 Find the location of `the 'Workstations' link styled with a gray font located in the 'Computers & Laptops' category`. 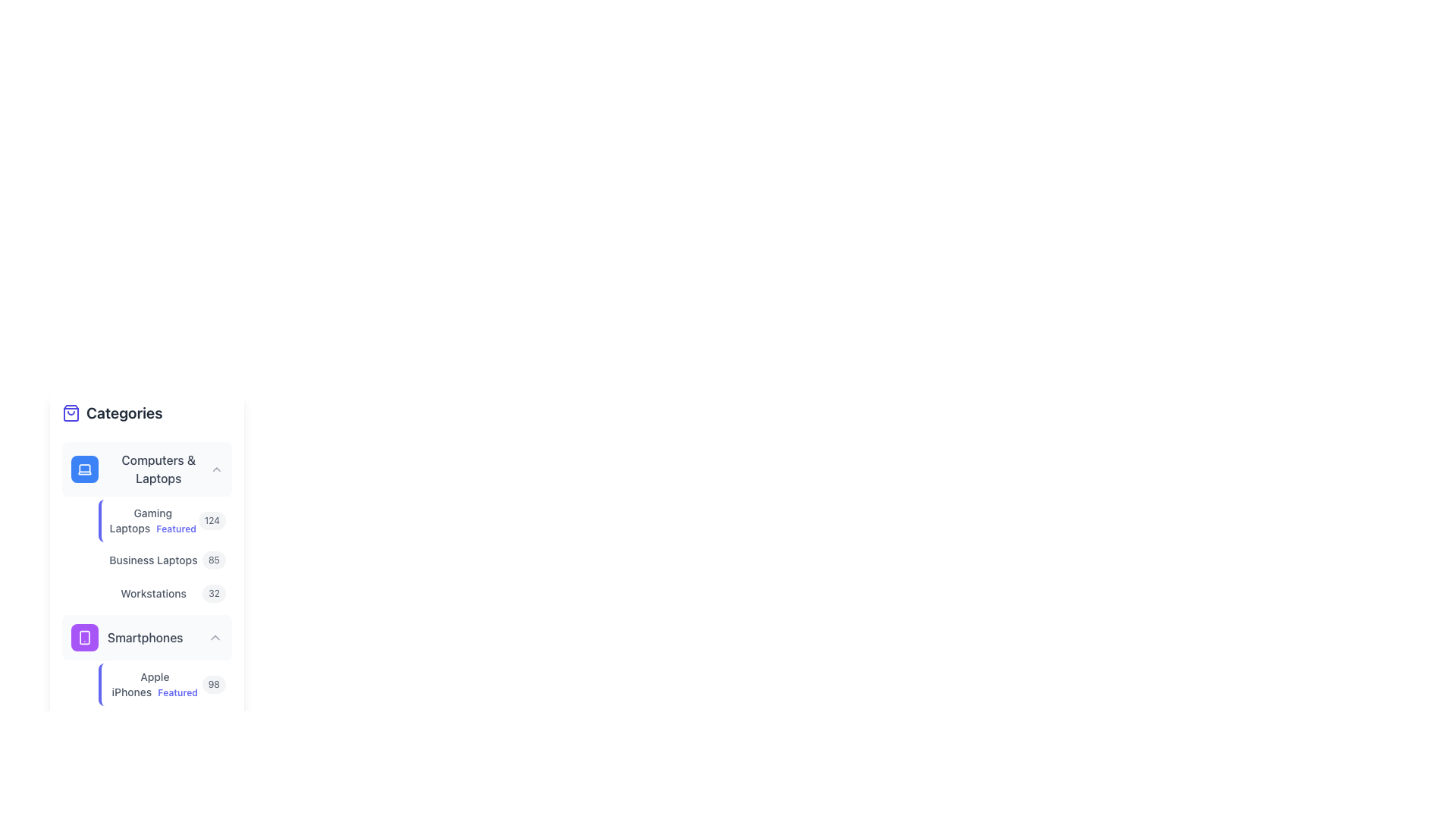

the 'Workstations' link styled with a gray font located in the 'Computers & Laptops' category is located at coordinates (153, 593).